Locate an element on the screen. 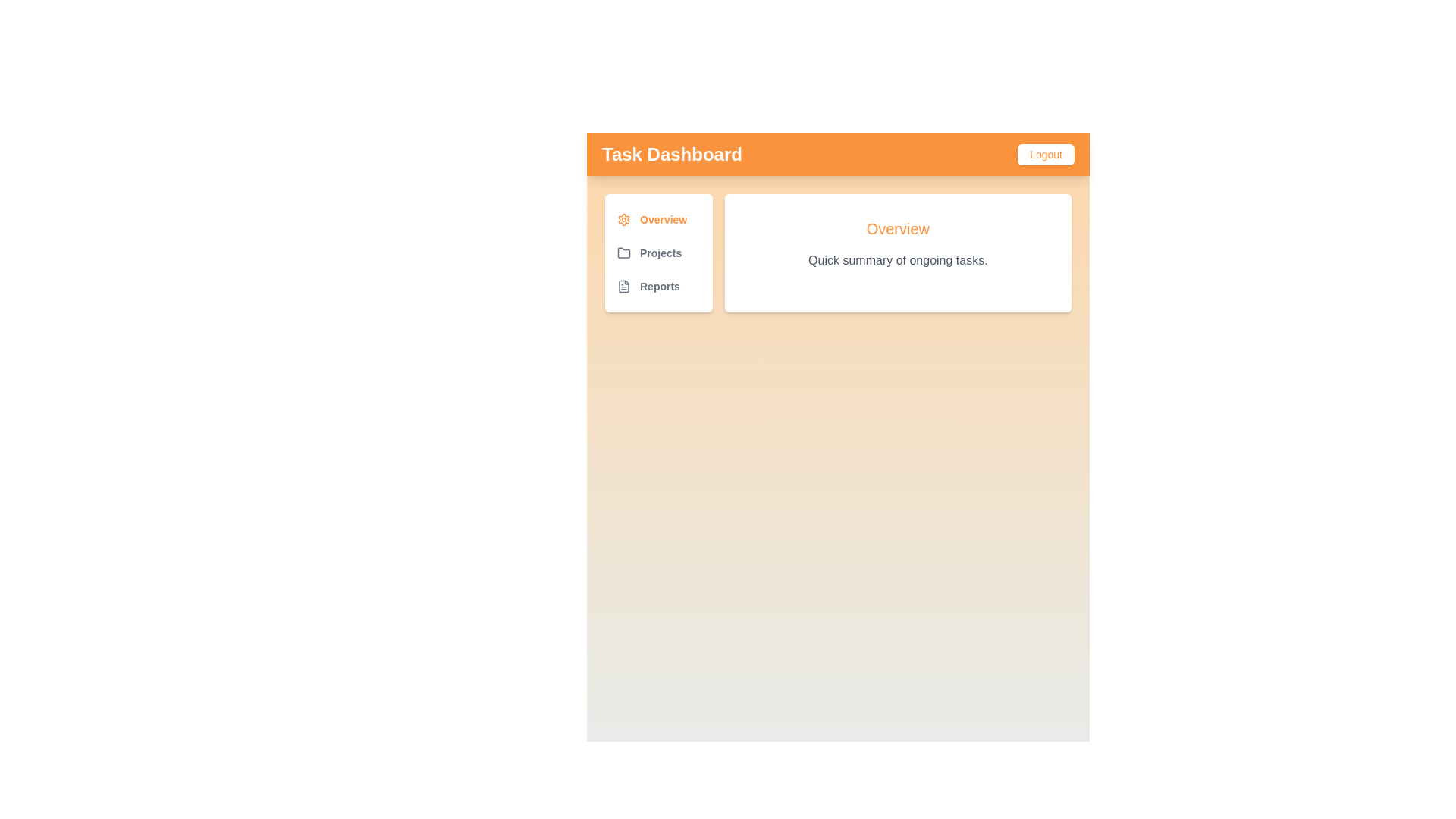 Image resolution: width=1456 pixels, height=819 pixels. the 'Logout' button located at the top right corner of the interface, which has a white background and orange text is located at coordinates (1045, 155).